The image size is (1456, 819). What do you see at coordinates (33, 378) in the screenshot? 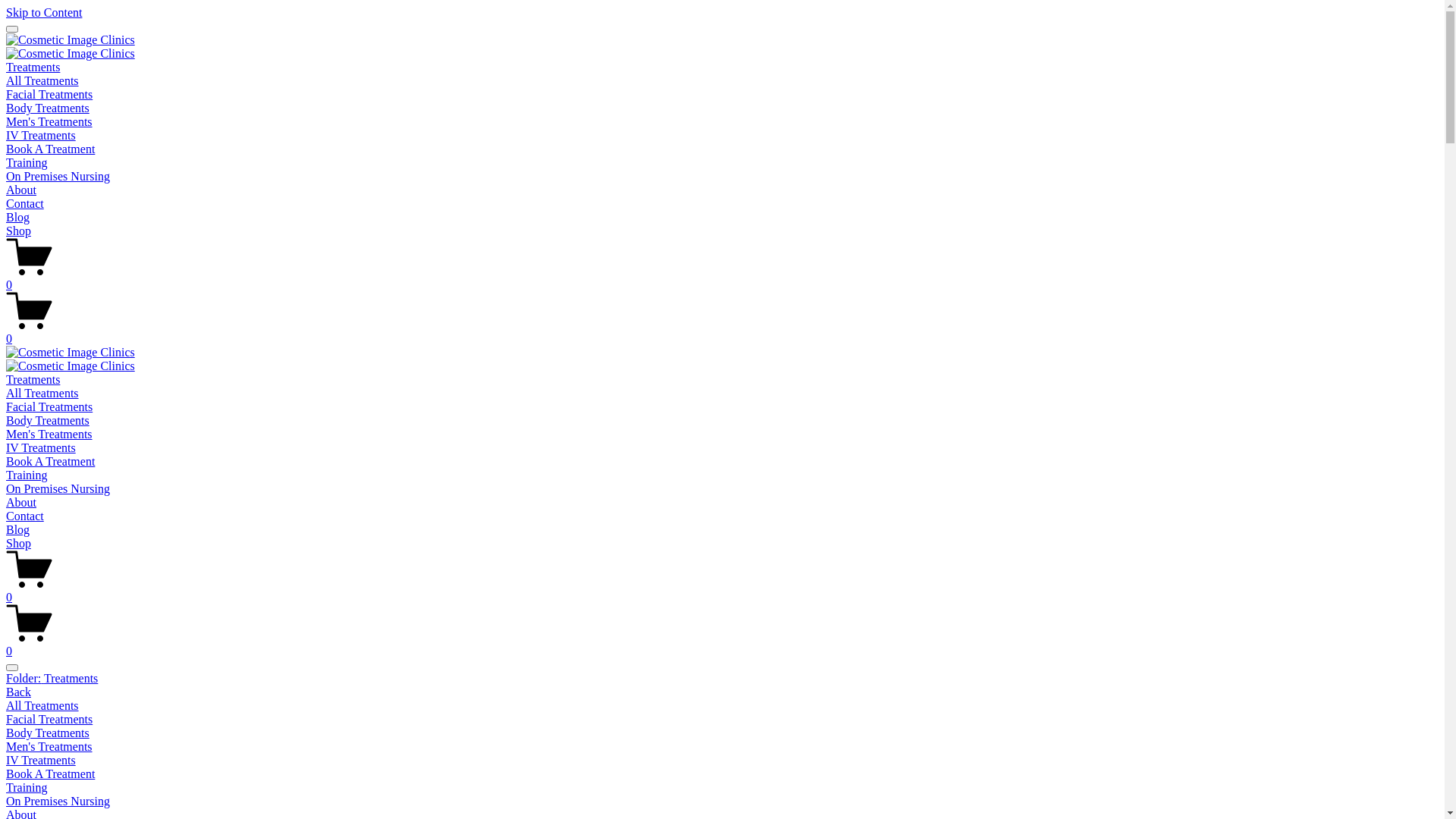
I see `'Treatments'` at bounding box center [33, 378].